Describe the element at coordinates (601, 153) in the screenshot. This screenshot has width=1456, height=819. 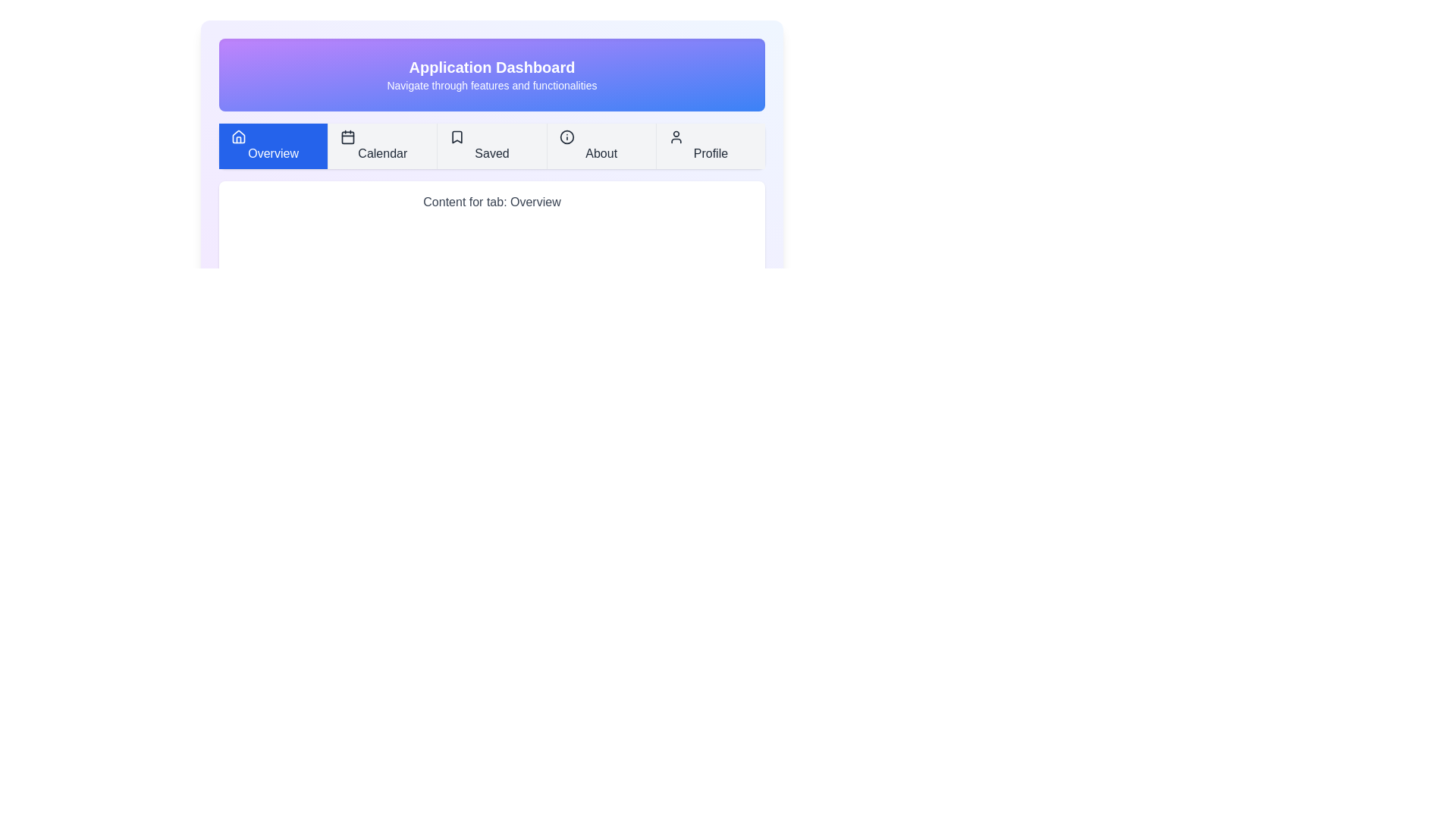
I see `the fourth navigation tab in the navigation bar` at that location.